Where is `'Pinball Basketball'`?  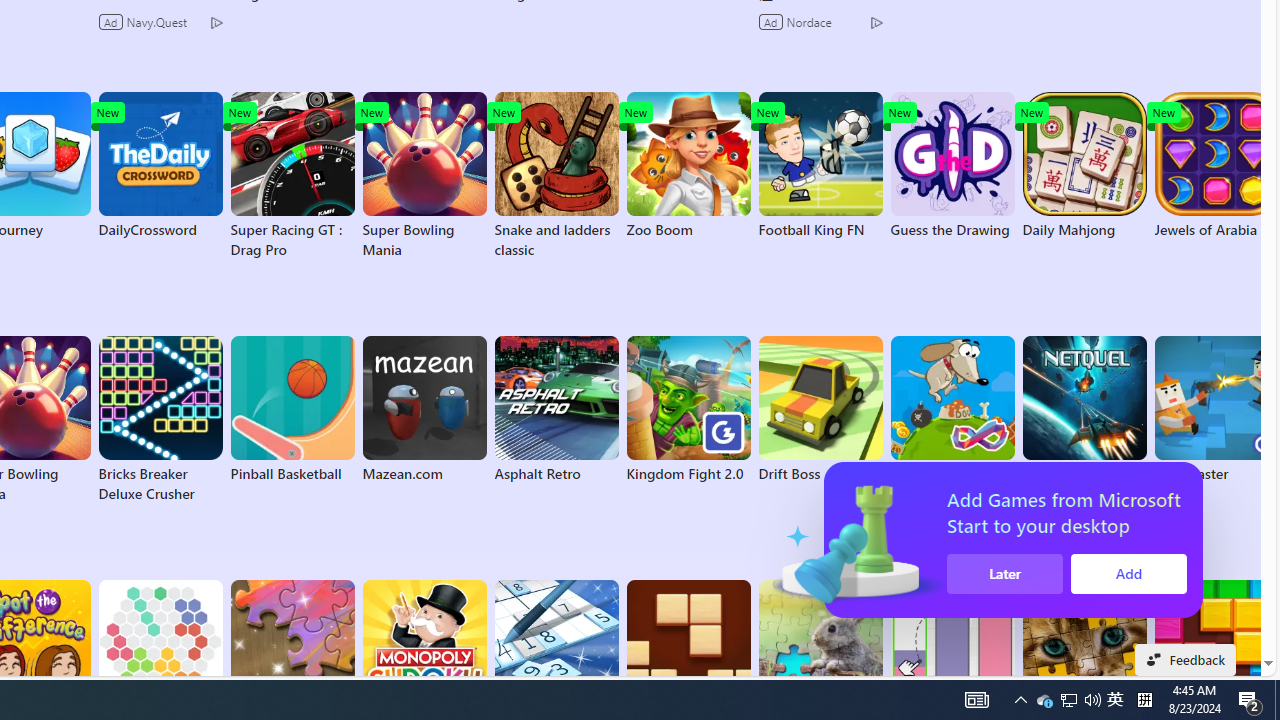 'Pinball Basketball' is located at coordinates (291, 409).